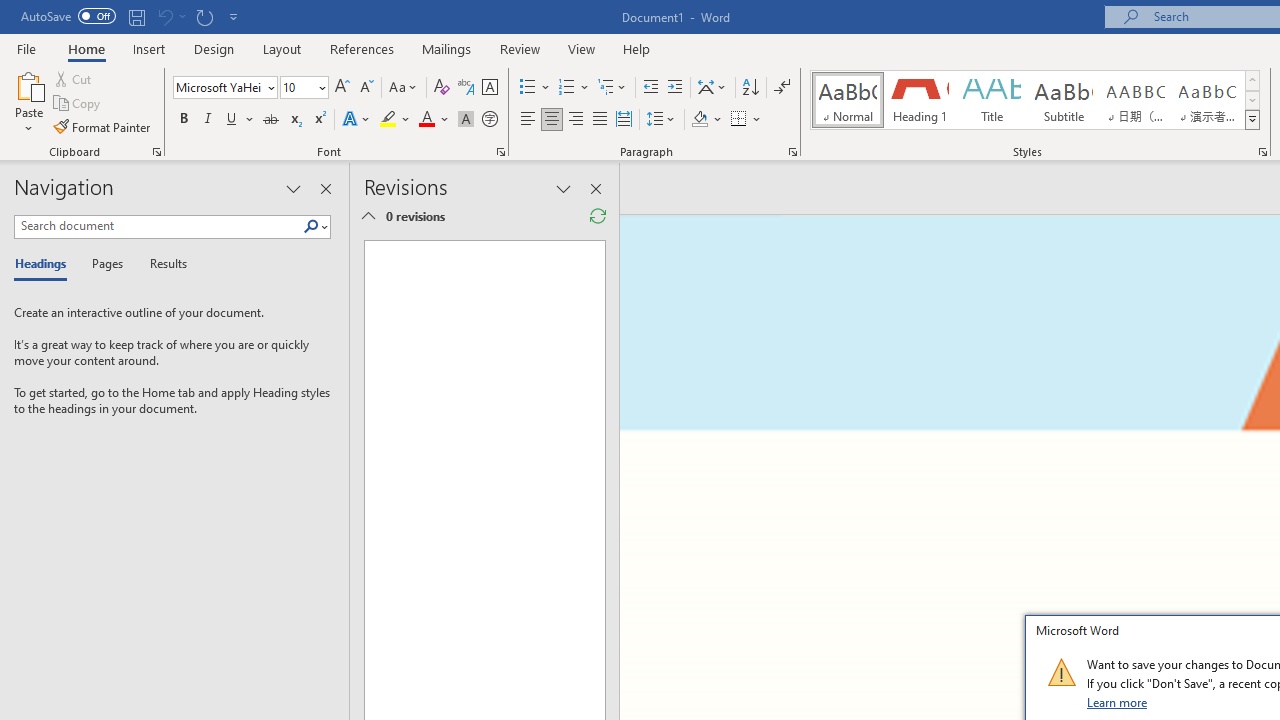 The width and height of the screenshot is (1280, 720). I want to click on 'Font...', so click(501, 150).